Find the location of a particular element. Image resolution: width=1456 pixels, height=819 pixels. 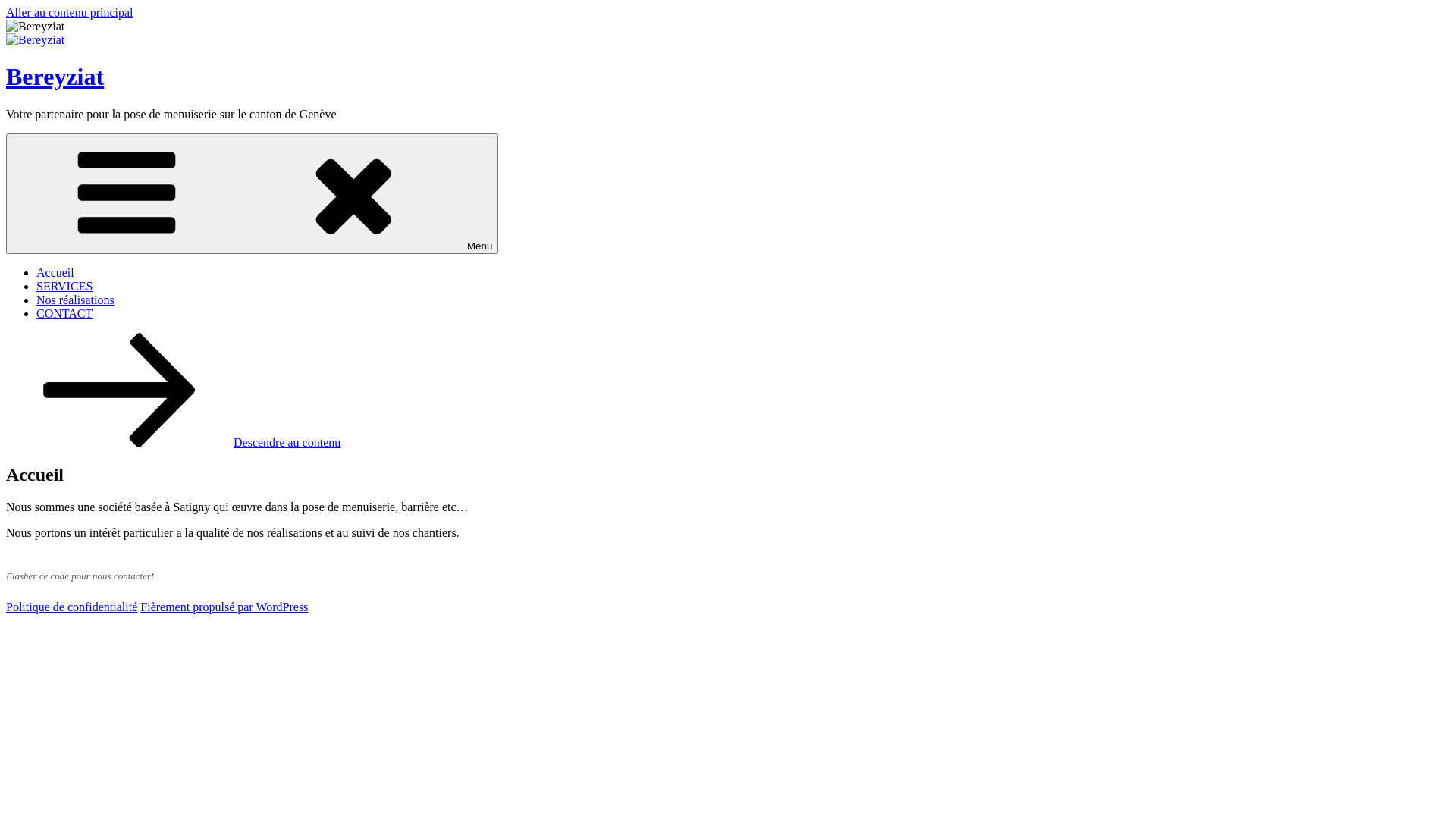

'Aller au contenu principal' is located at coordinates (68, 12).